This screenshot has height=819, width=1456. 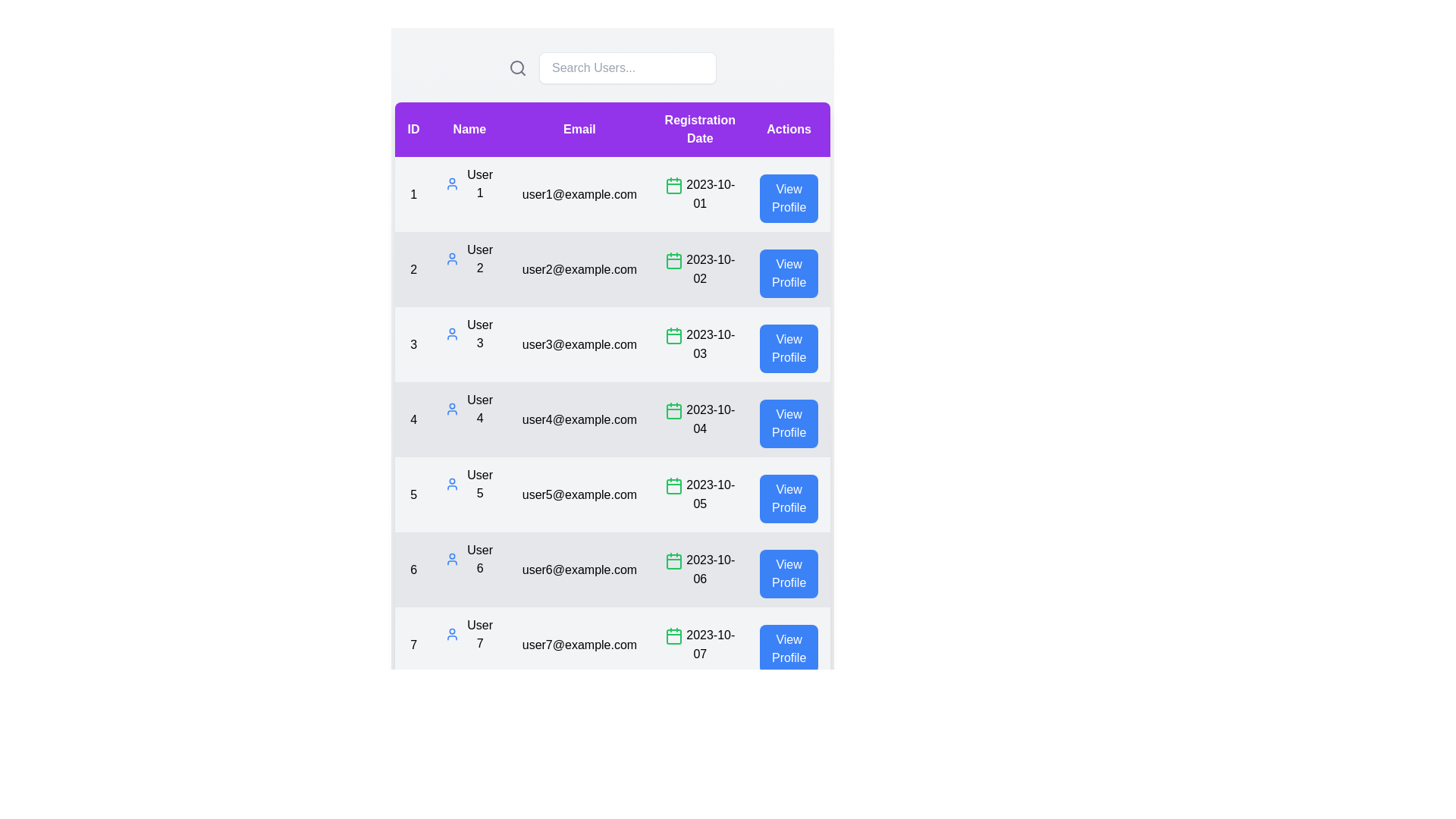 What do you see at coordinates (451, 333) in the screenshot?
I see `the user profile icon for user 3` at bounding box center [451, 333].